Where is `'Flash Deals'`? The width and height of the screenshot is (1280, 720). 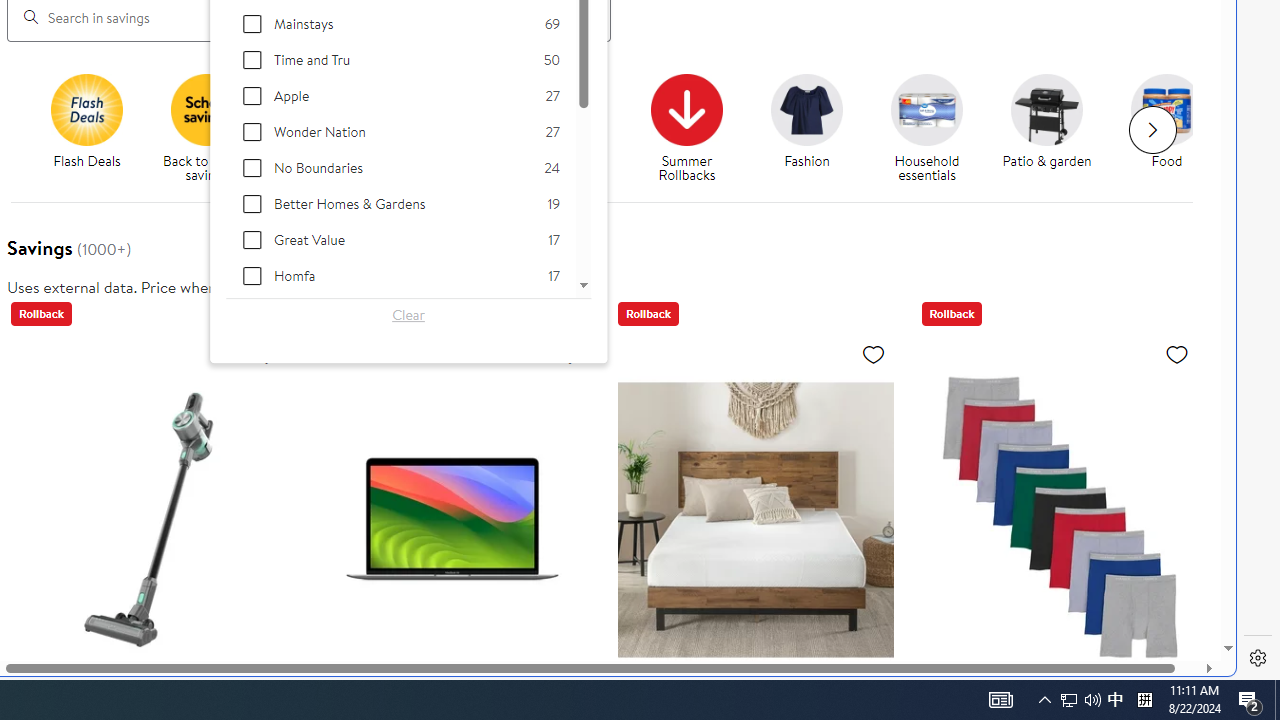
'Flash Deals' is located at coordinates (93, 129).